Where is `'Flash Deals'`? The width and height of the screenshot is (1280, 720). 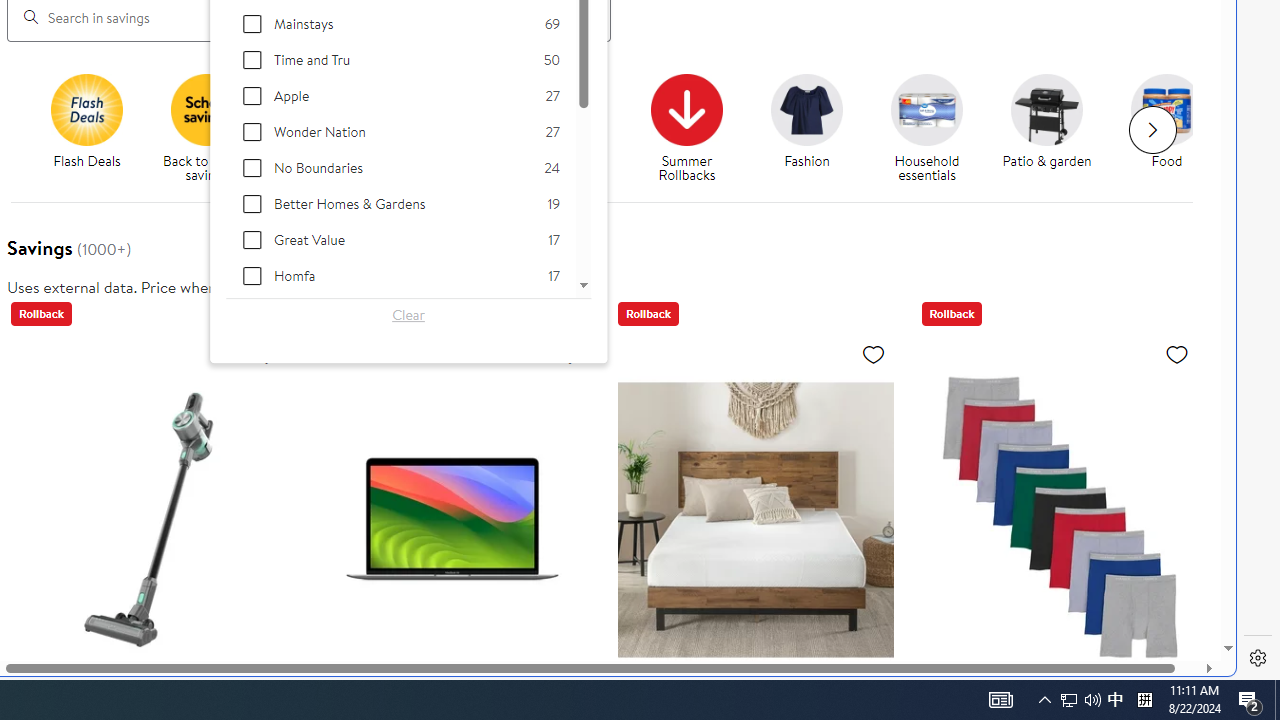
'Flash Deals' is located at coordinates (93, 129).